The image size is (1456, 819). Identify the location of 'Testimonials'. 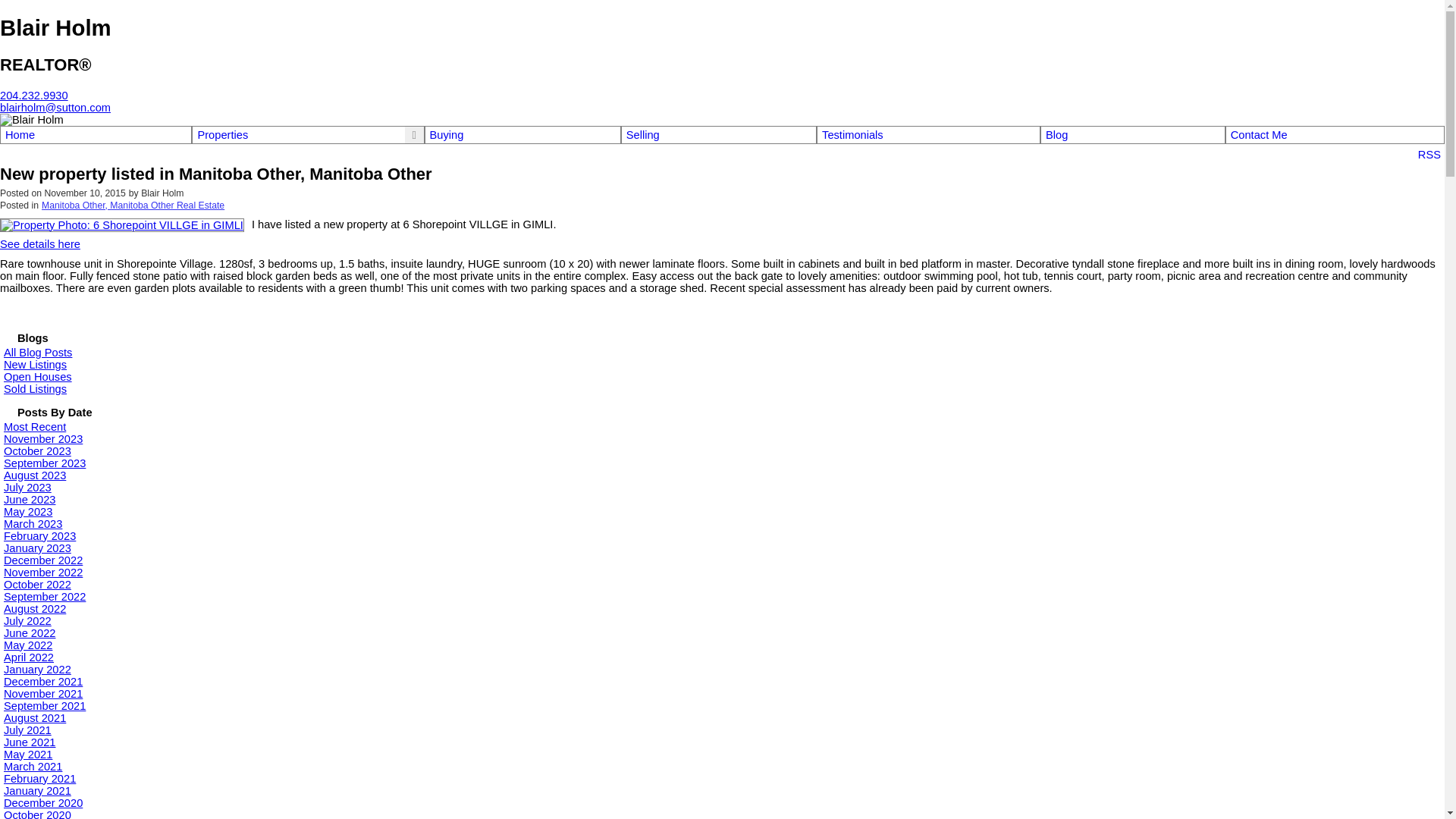
(927, 133).